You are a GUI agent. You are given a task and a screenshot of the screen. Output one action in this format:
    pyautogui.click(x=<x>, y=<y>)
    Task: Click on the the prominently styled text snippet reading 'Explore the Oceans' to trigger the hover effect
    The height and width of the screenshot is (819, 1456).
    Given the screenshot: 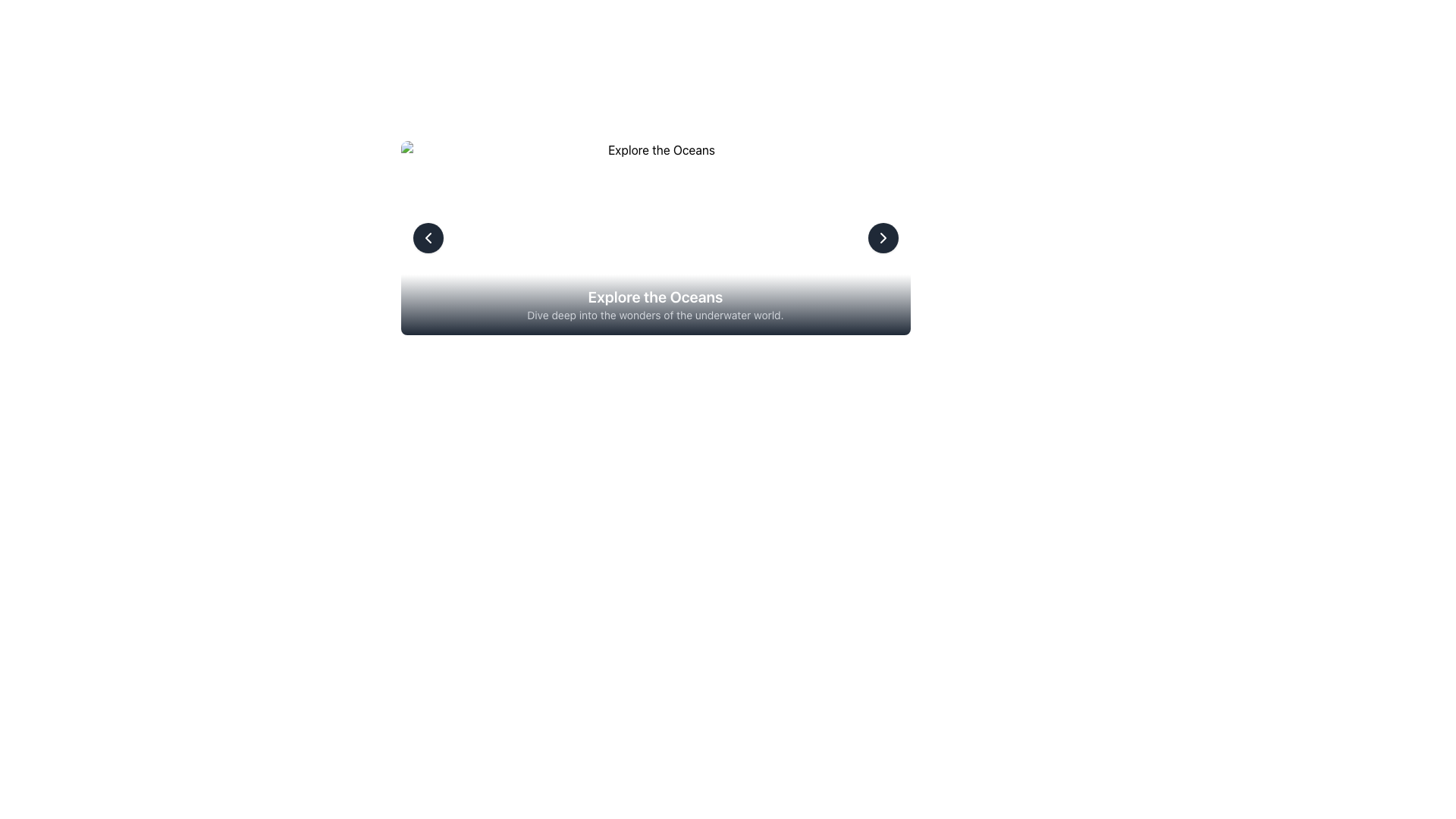 What is the action you would take?
    pyautogui.click(x=655, y=297)
    